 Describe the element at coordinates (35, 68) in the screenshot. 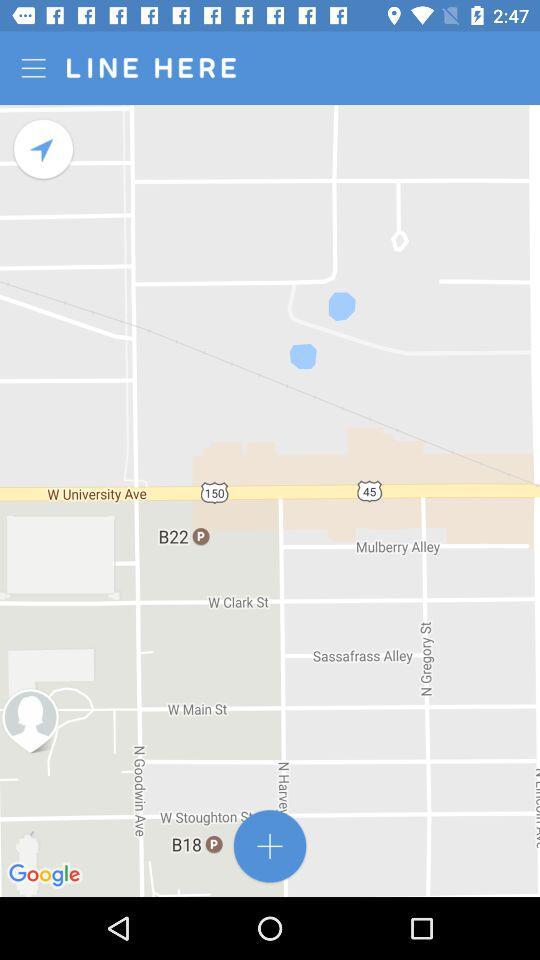

I see `menu` at that location.